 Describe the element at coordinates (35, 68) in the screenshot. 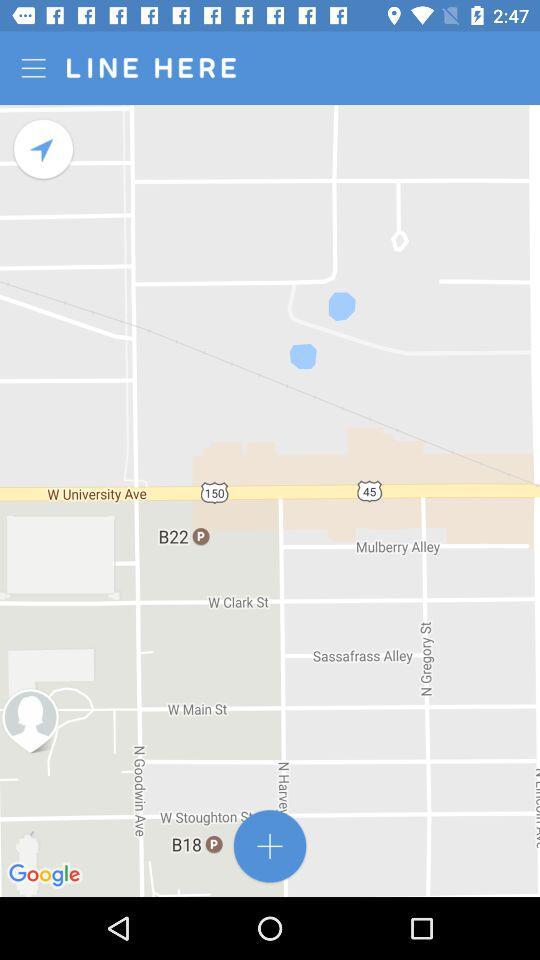

I see `menu` at that location.